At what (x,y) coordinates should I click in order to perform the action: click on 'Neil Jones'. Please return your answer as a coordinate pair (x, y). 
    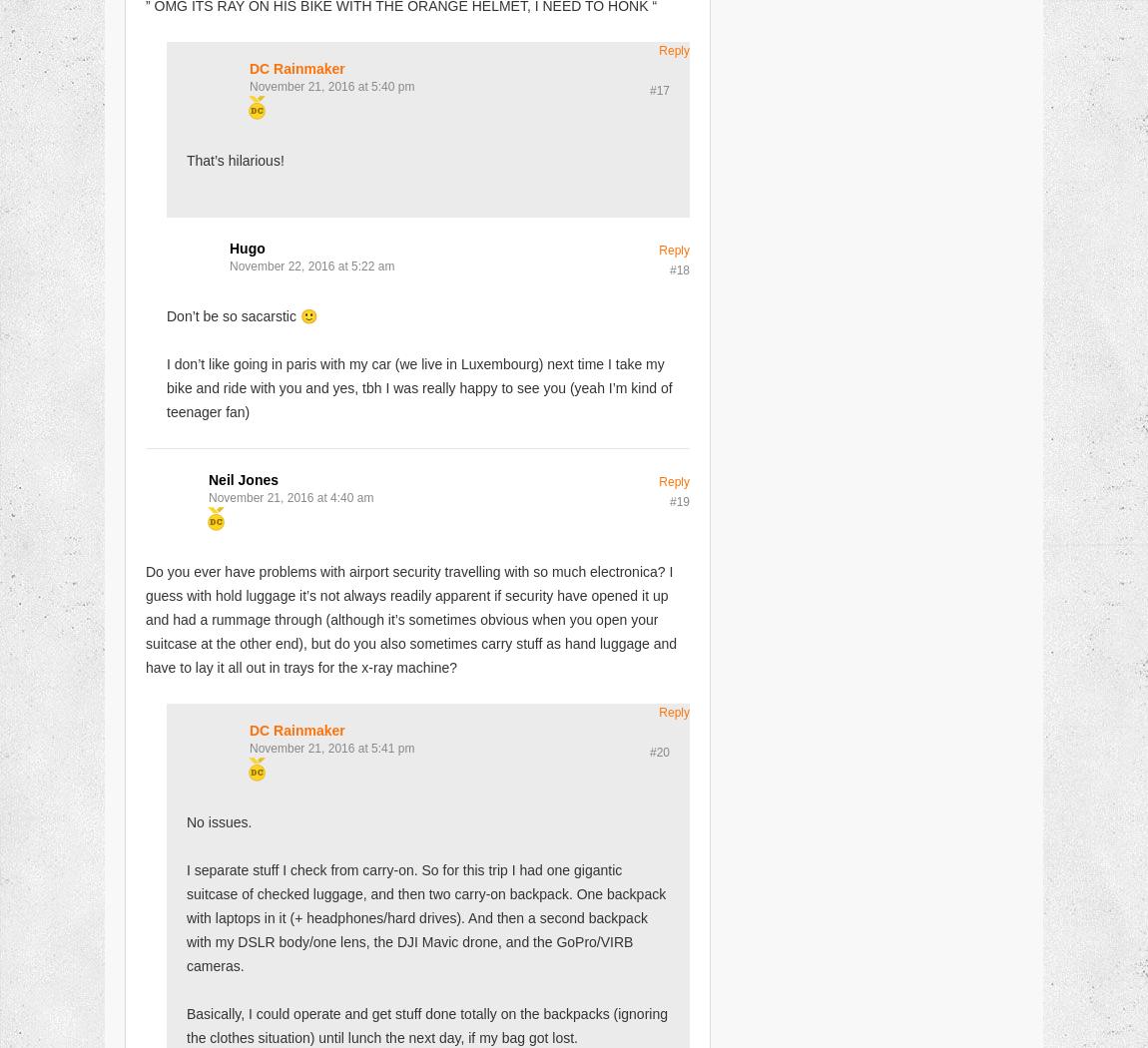
    Looking at the image, I should click on (207, 478).